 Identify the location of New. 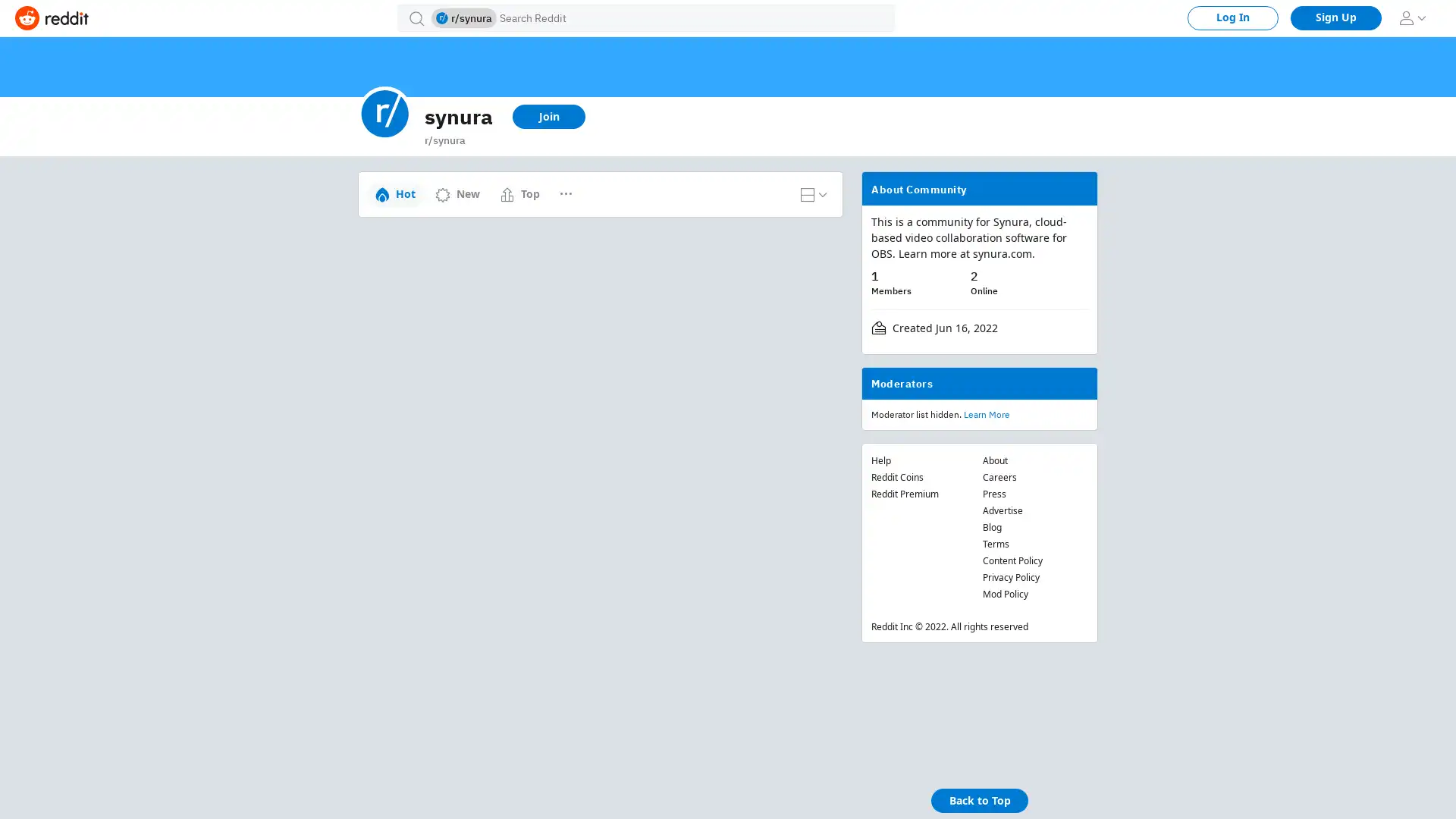
(457, 193).